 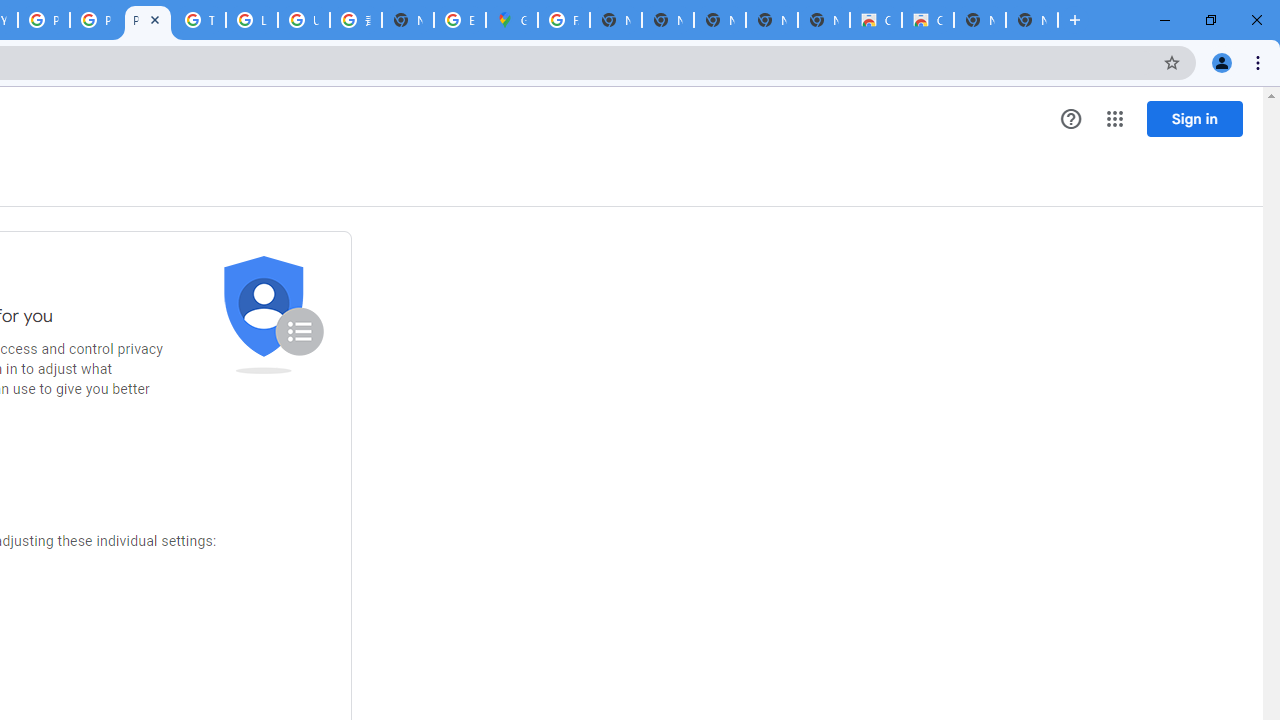 I want to click on 'Privacy Checkup', so click(x=95, y=20).